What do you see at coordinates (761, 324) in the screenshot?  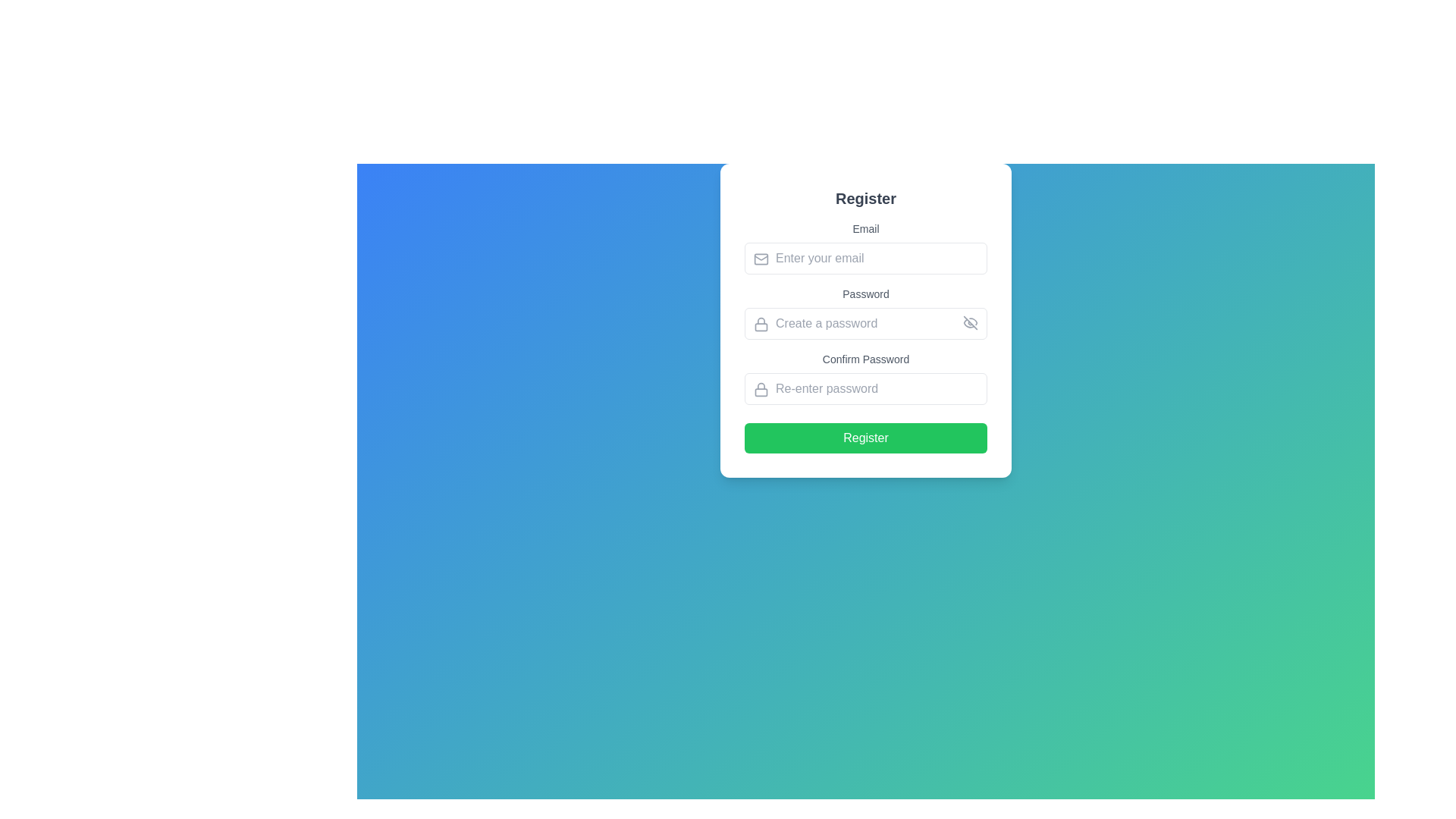 I see `the lock icon that symbolizes security, located to the left of the 'Create a password' input box` at bounding box center [761, 324].